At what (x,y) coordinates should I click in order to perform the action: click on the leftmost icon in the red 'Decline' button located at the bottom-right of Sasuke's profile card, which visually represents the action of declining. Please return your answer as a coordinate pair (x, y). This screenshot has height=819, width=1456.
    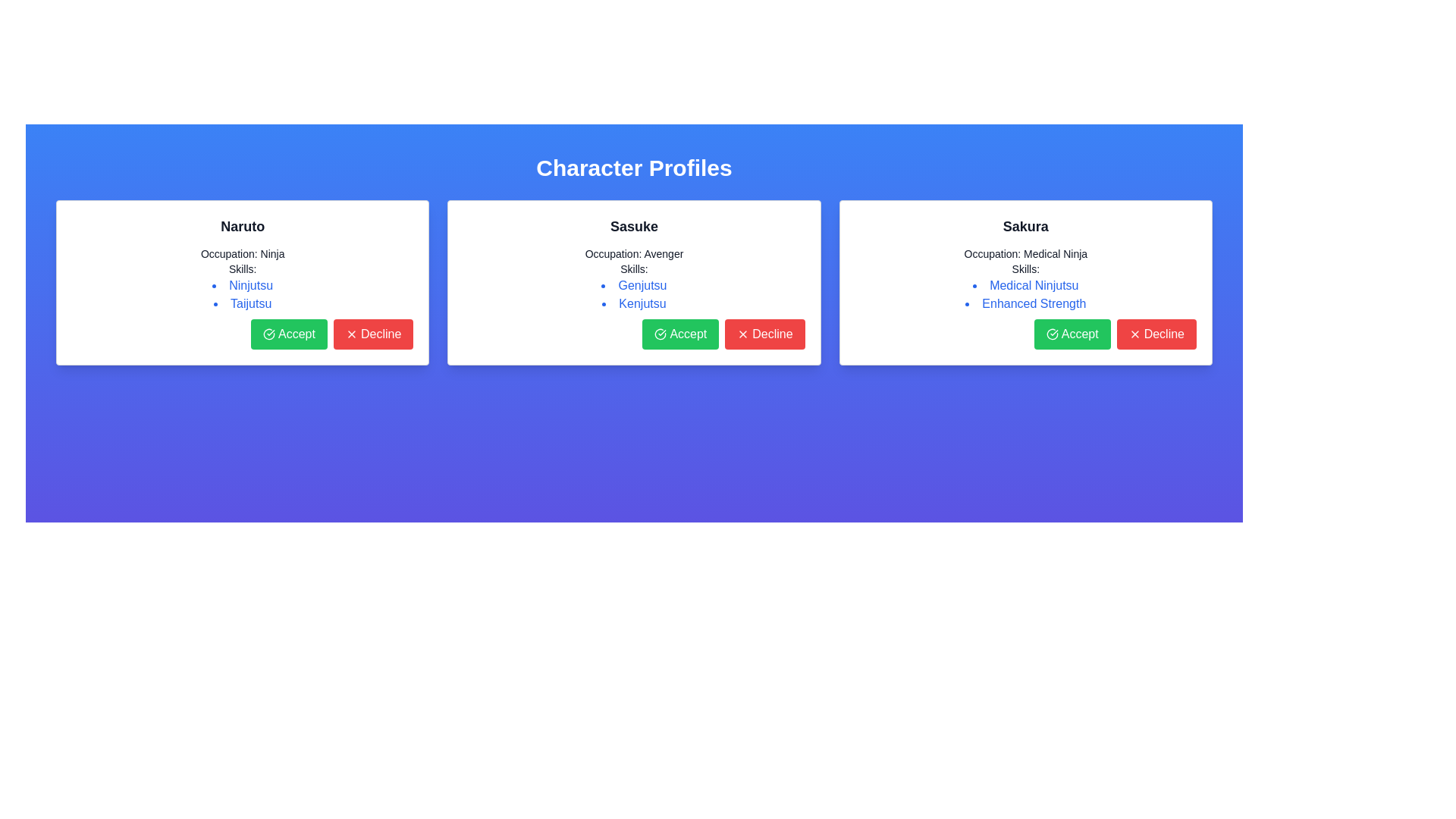
    Looking at the image, I should click on (743, 333).